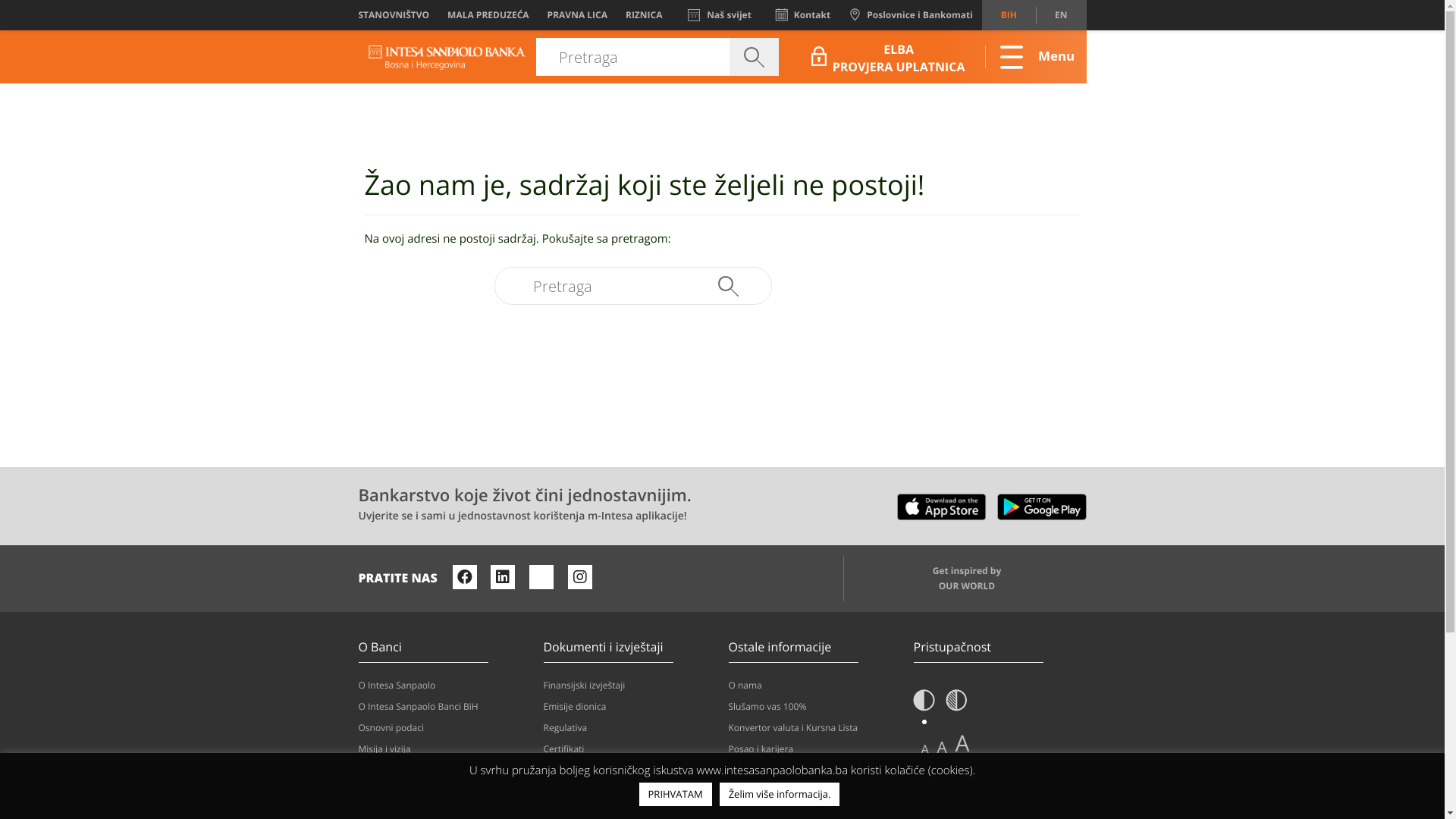 The image size is (1456, 819). Describe the element at coordinates (1059, 14) in the screenshot. I see `'EN'` at that location.